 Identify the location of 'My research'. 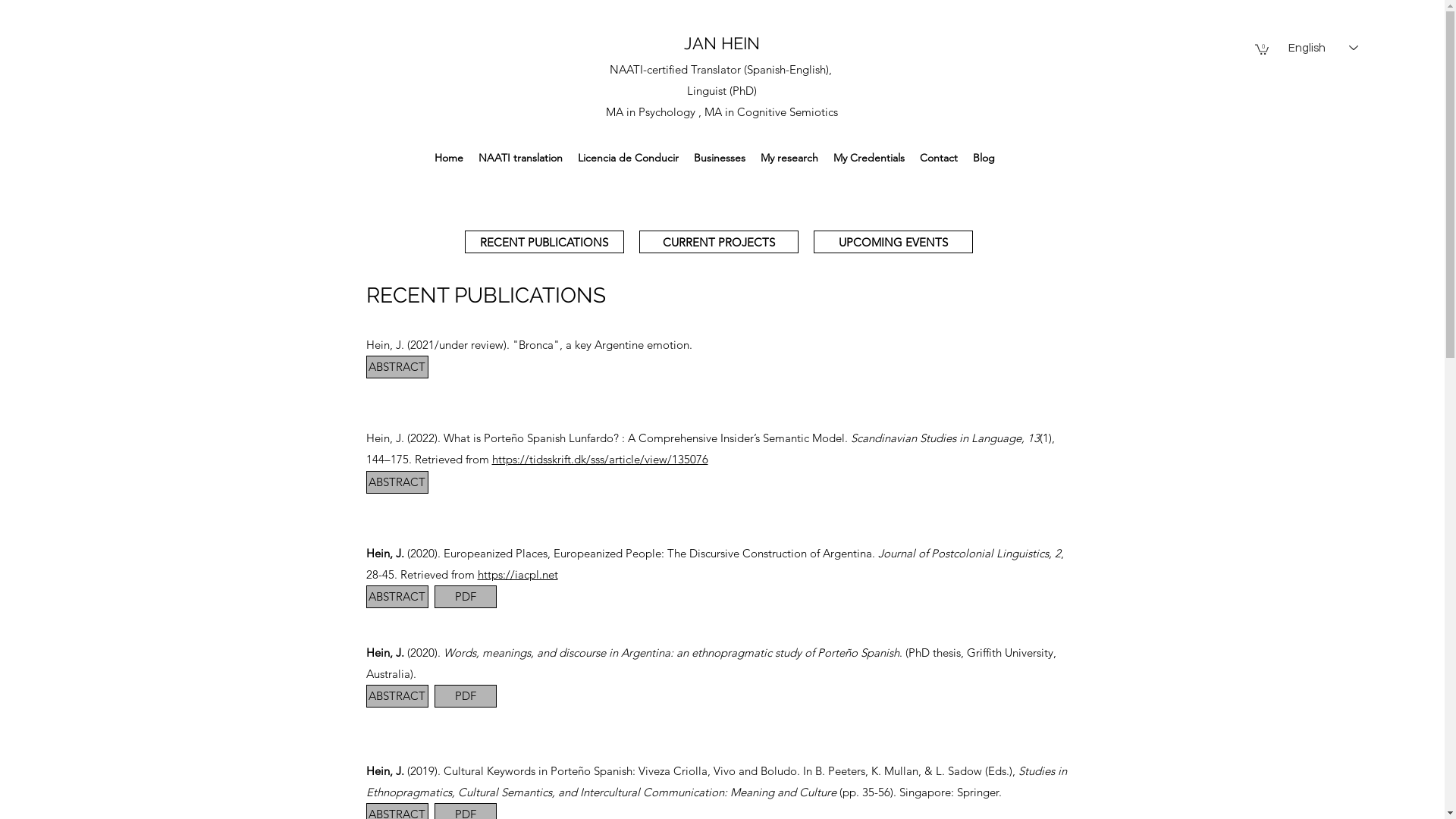
(789, 158).